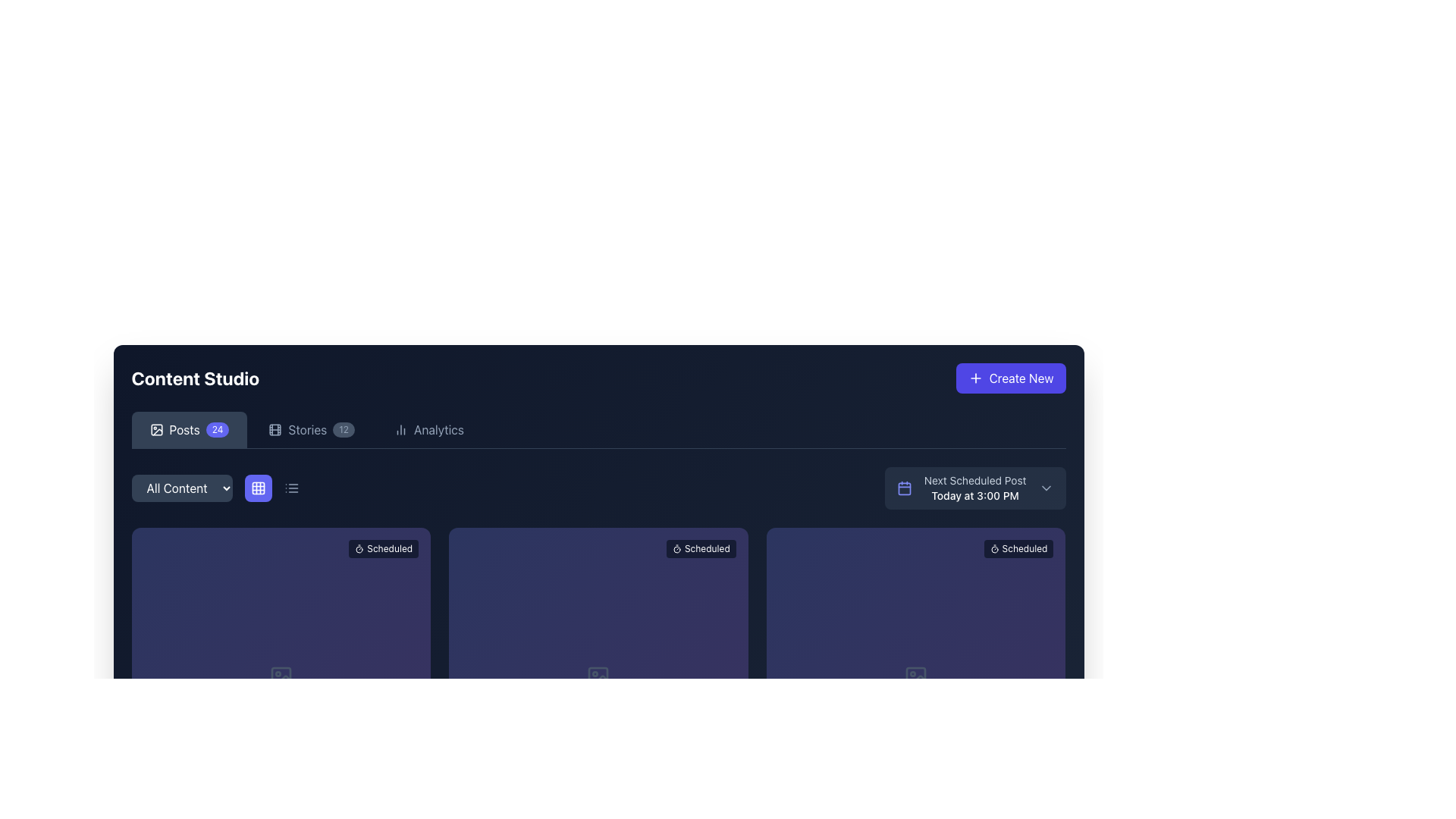 This screenshot has height=819, width=1456. I want to click on the small rectangular icon element located centrally among other components in the top-right portion of the interface, so click(275, 430).